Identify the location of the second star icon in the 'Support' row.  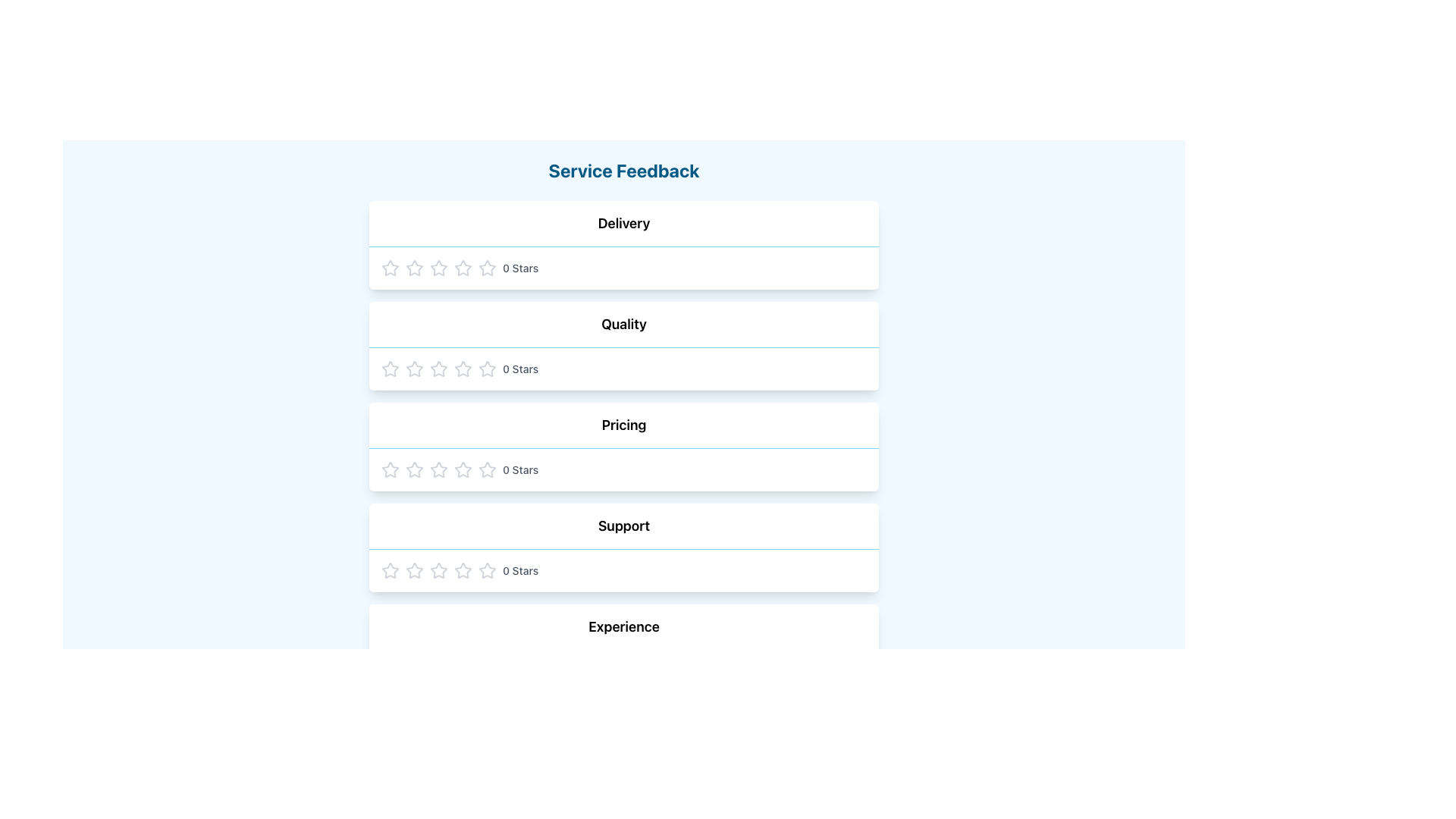
(462, 570).